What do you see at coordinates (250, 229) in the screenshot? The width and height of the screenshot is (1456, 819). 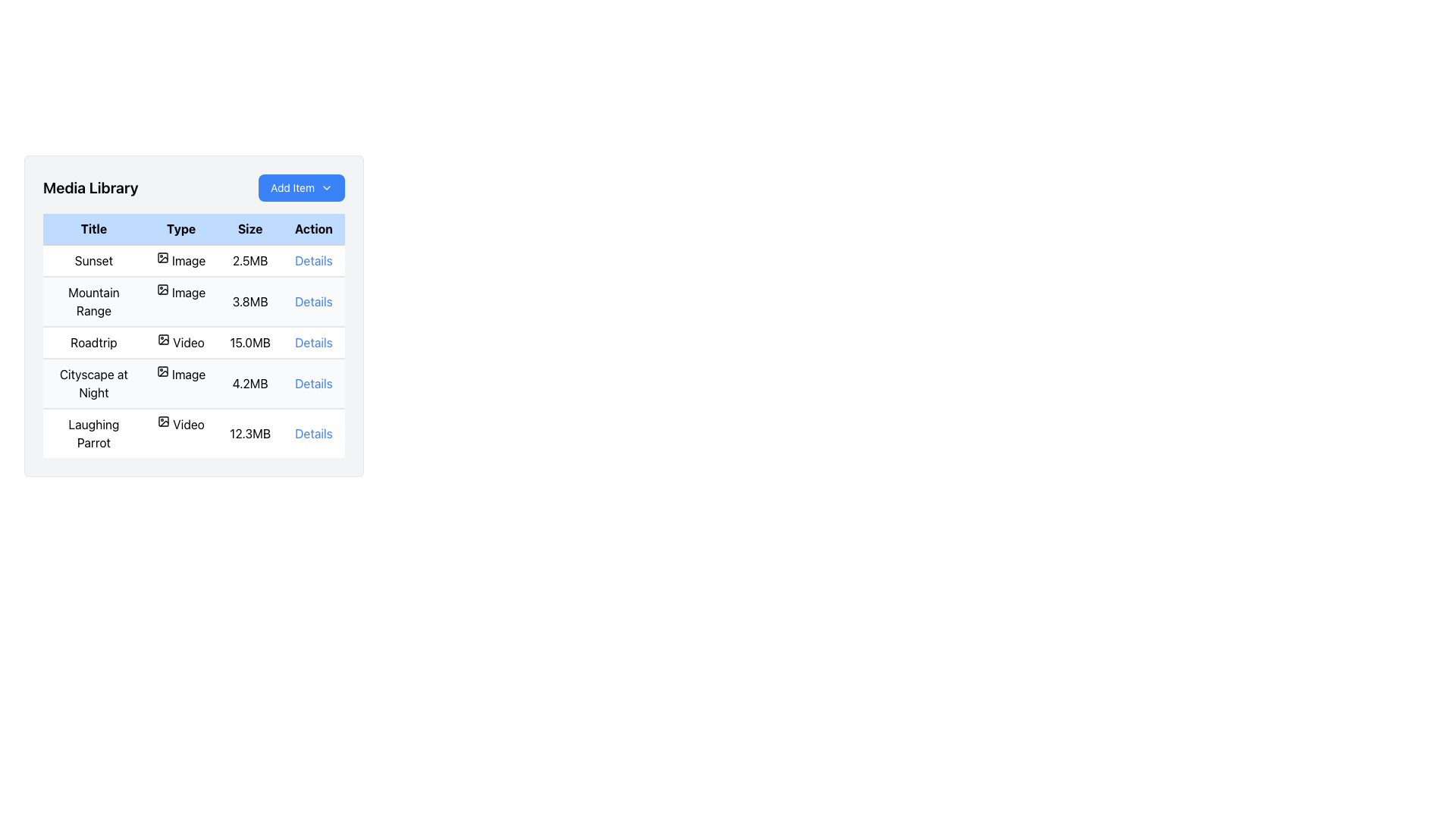 I see `text label displaying 'Size' which is centered in the third column of a table header row` at bounding box center [250, 229].